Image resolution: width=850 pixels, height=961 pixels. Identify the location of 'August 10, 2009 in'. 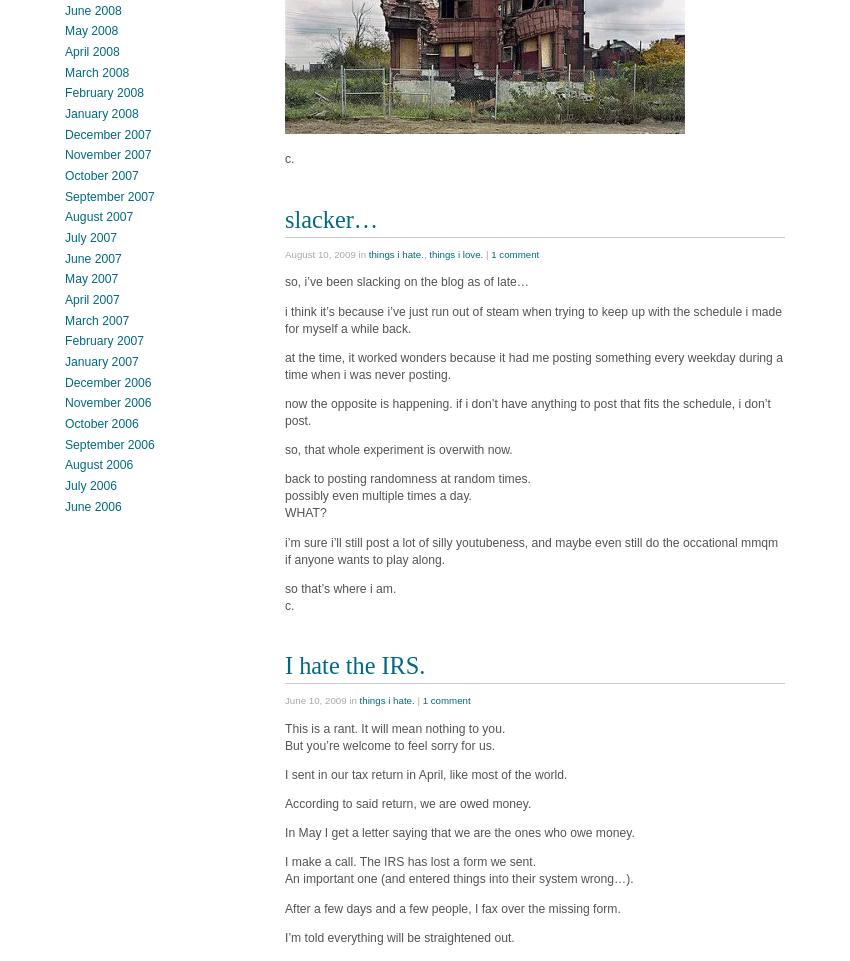
(326, 252).